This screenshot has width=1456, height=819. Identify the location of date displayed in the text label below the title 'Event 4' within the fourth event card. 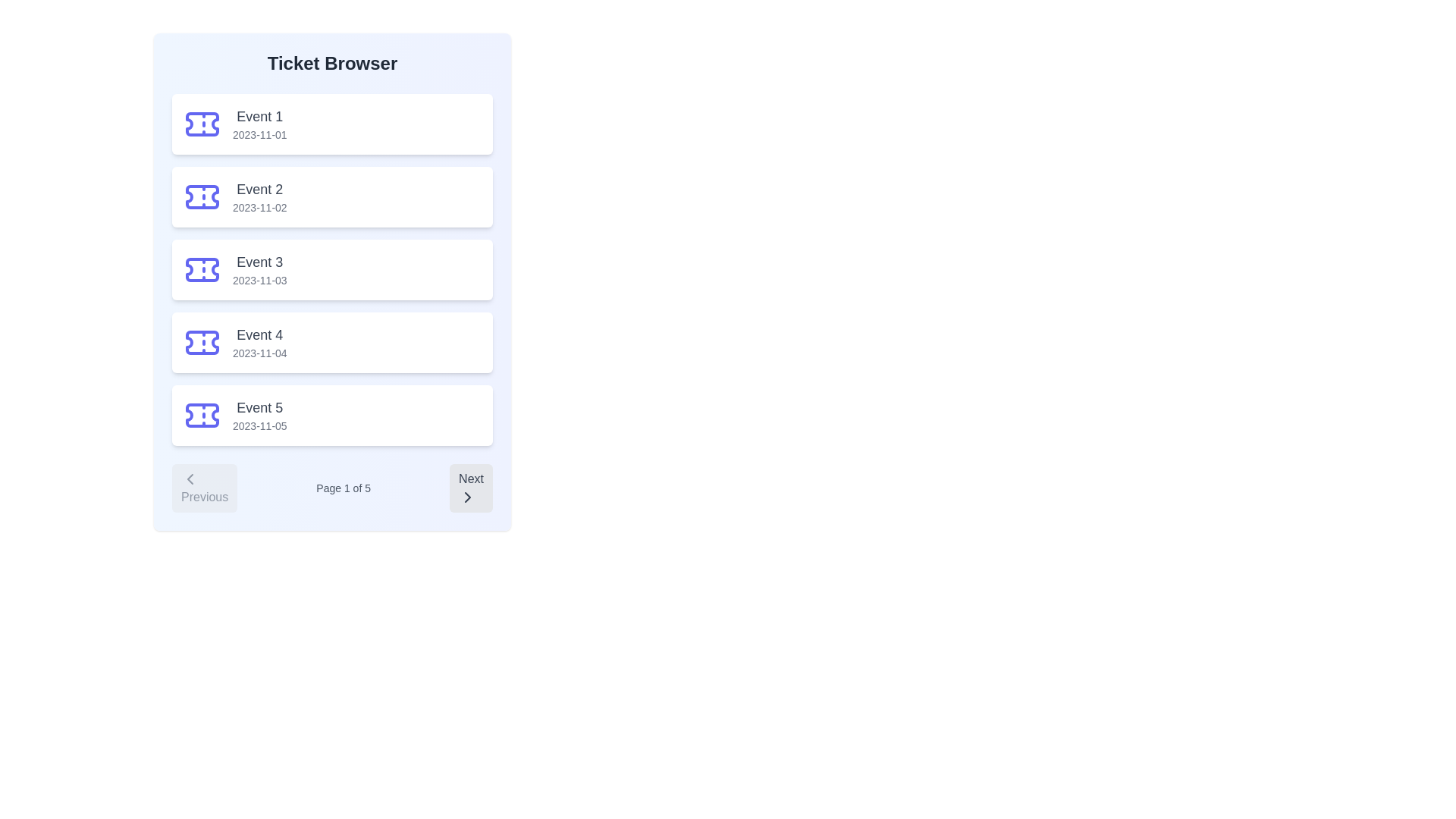
(259, 353).